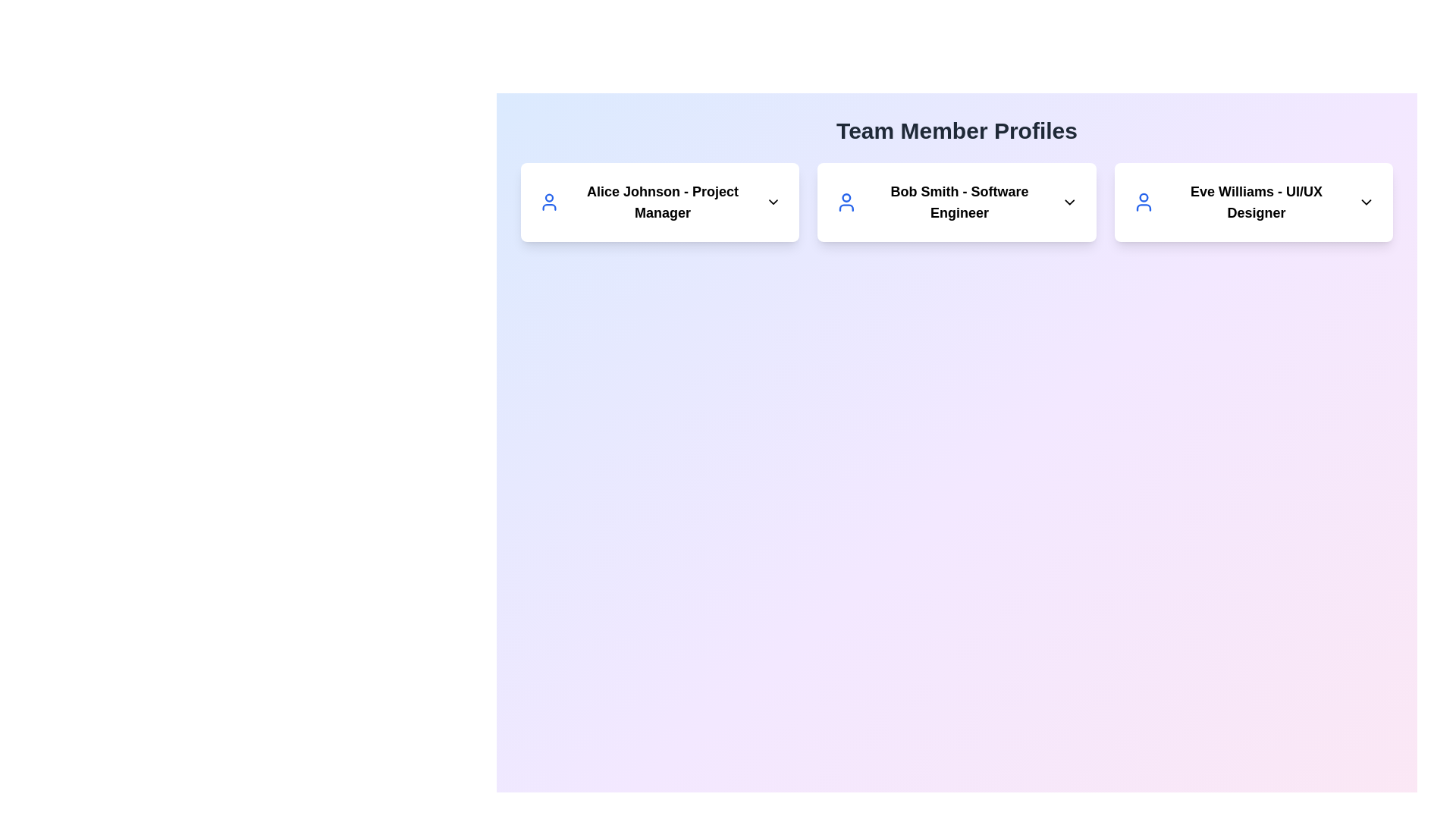 The image size is (1456, 819). What do you see at coordinates (1144, 201) in the screenshot?
I see `the user icon styled in blue` at bounding box center [1144, 201].